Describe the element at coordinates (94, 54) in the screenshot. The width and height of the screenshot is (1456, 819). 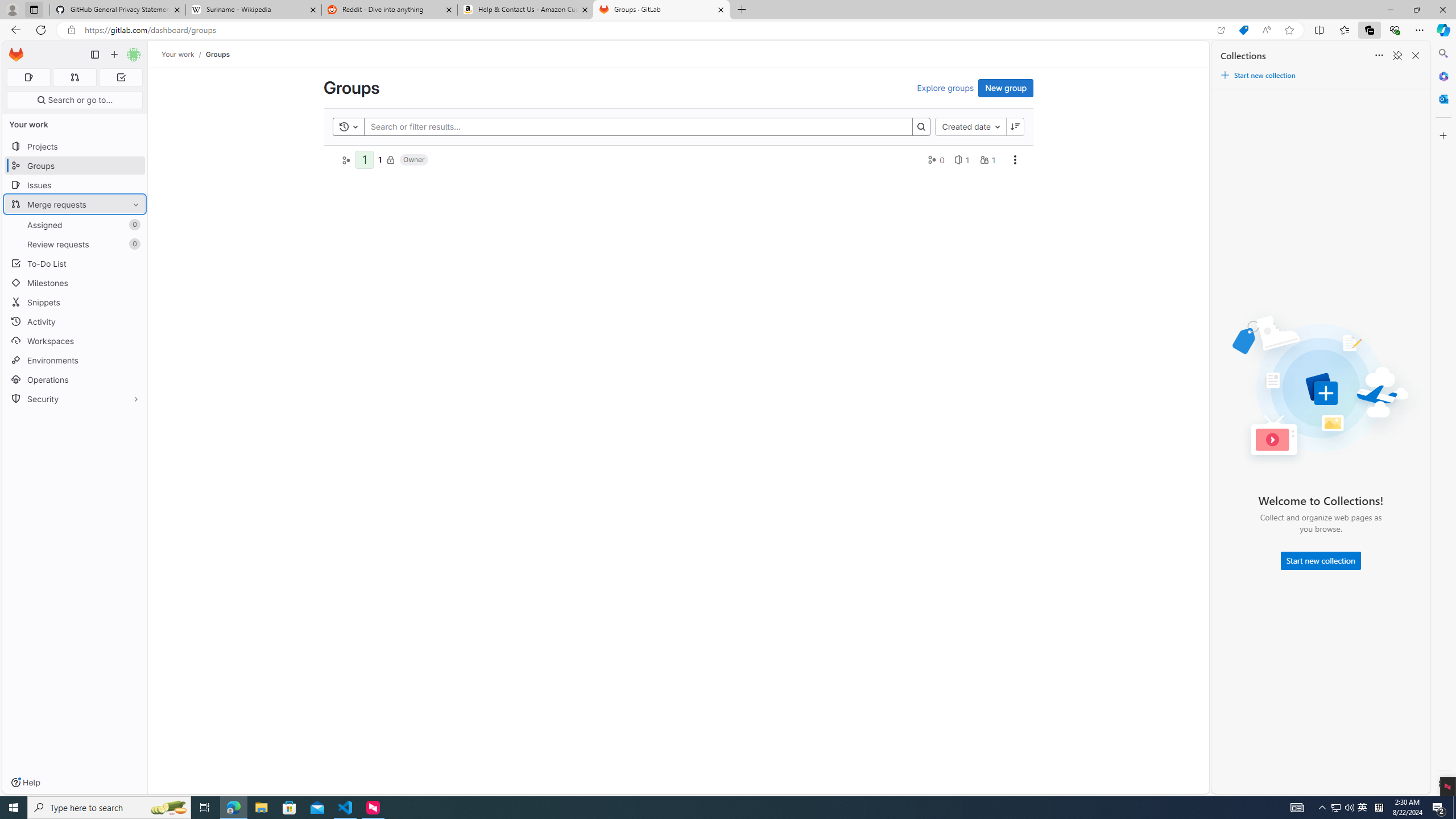
I see `'Primary navigation sidebar'` at that location.